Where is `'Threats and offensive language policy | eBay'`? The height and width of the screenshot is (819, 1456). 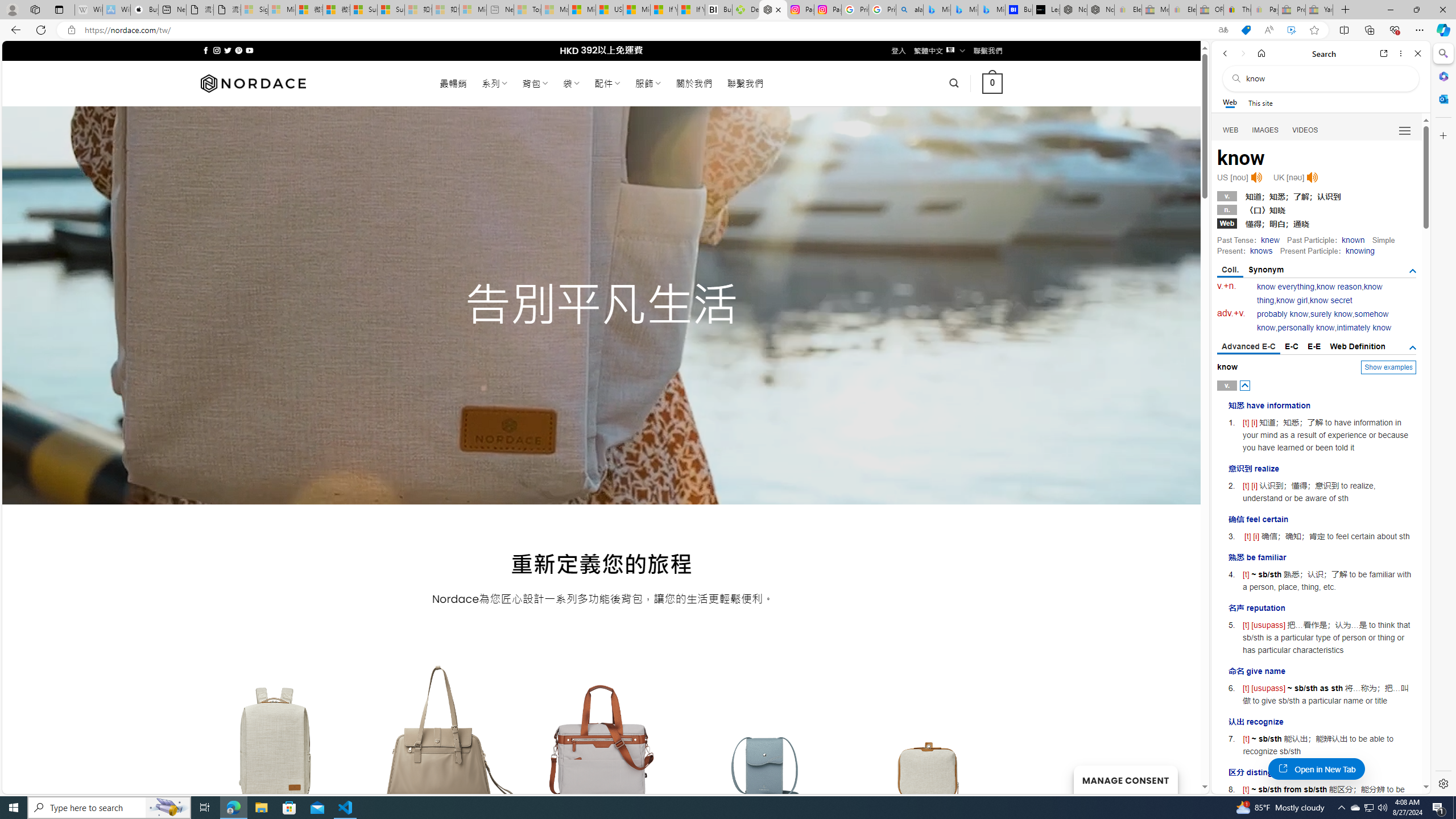 'Threats and offensive language policy | eBay' is located at coordinates (1236, 9).